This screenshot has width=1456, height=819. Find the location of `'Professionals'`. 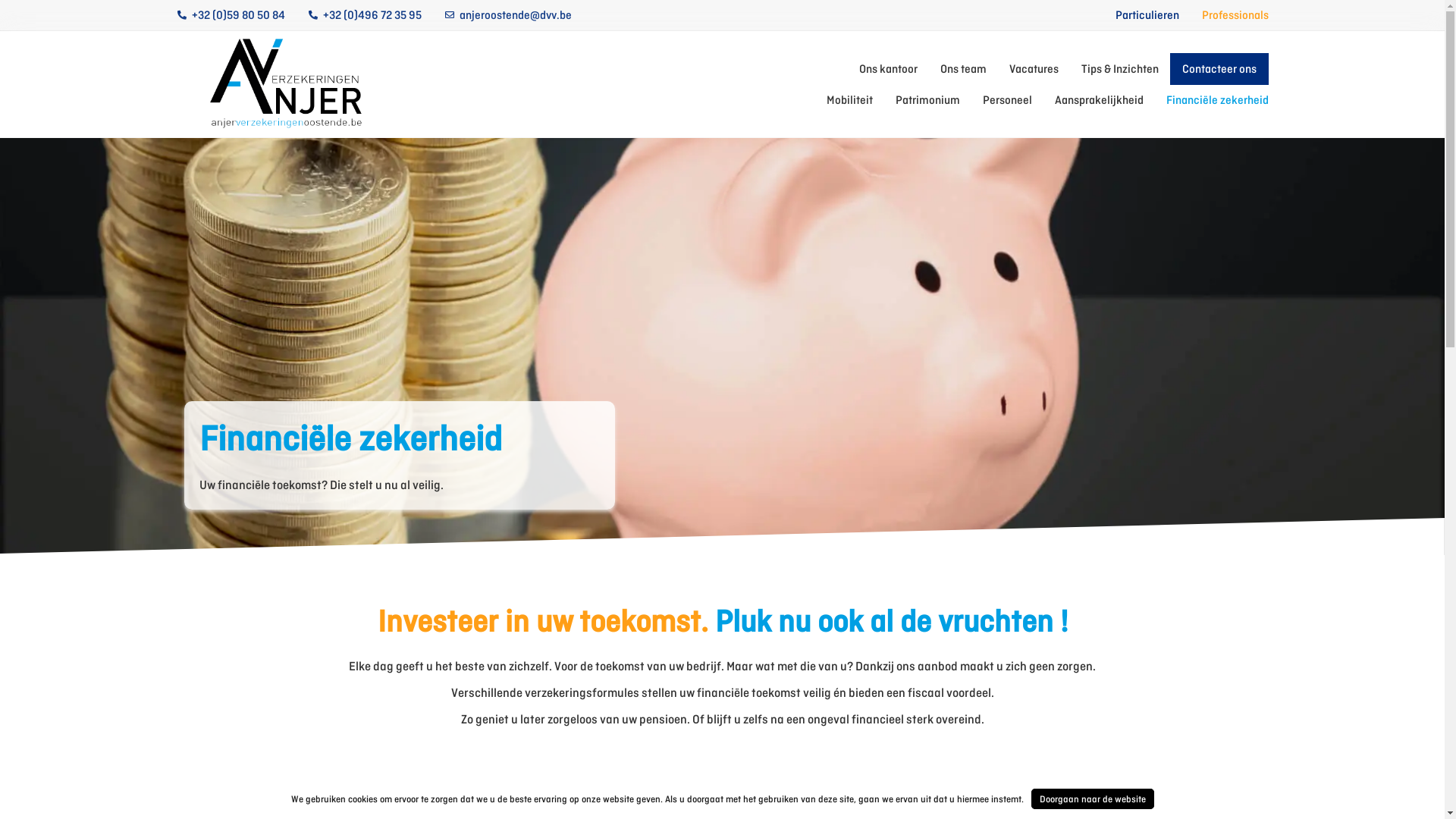

'Professionals' is located at coordinates (1234, 14).